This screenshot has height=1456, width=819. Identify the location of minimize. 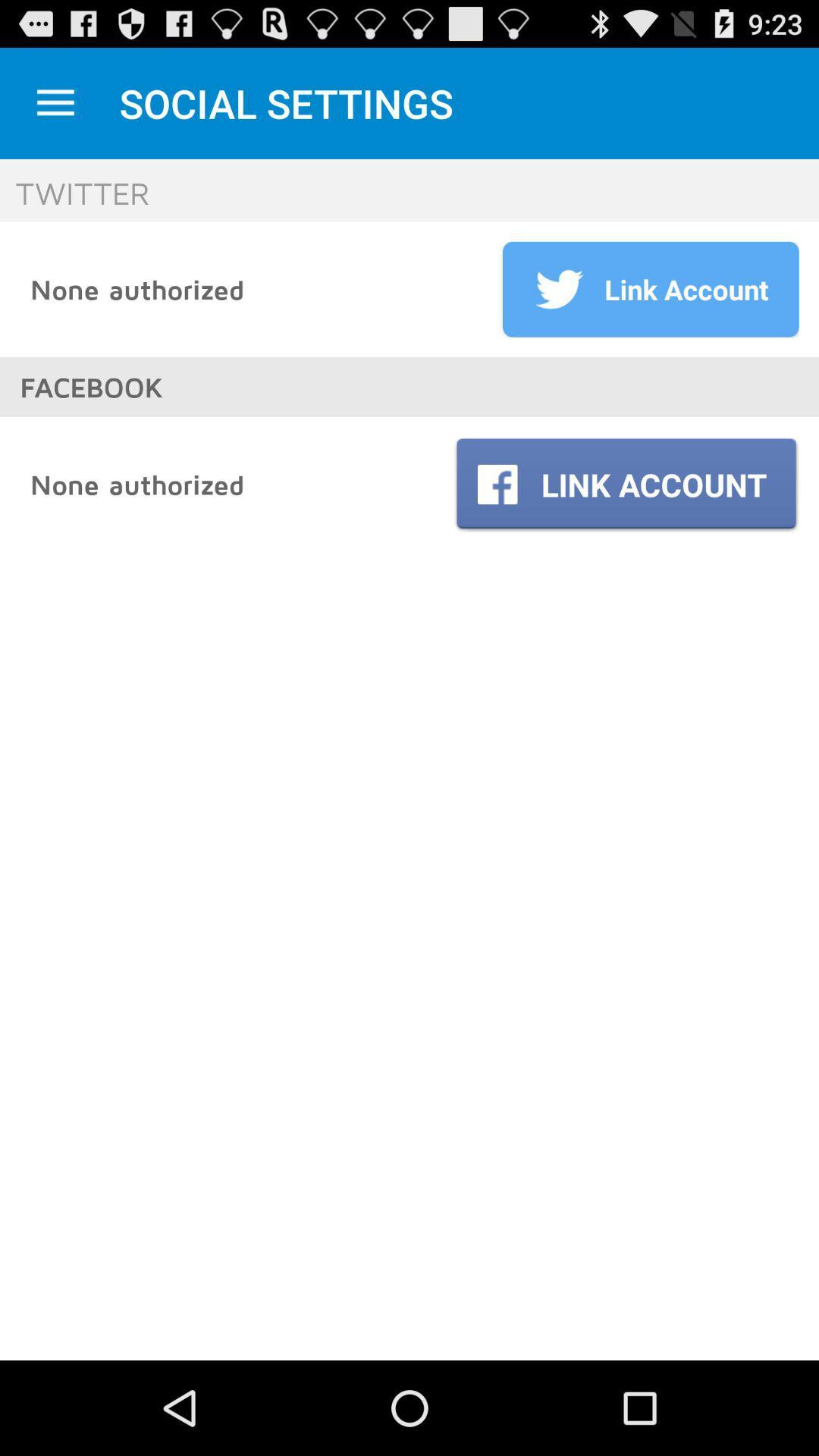
(55, 102).